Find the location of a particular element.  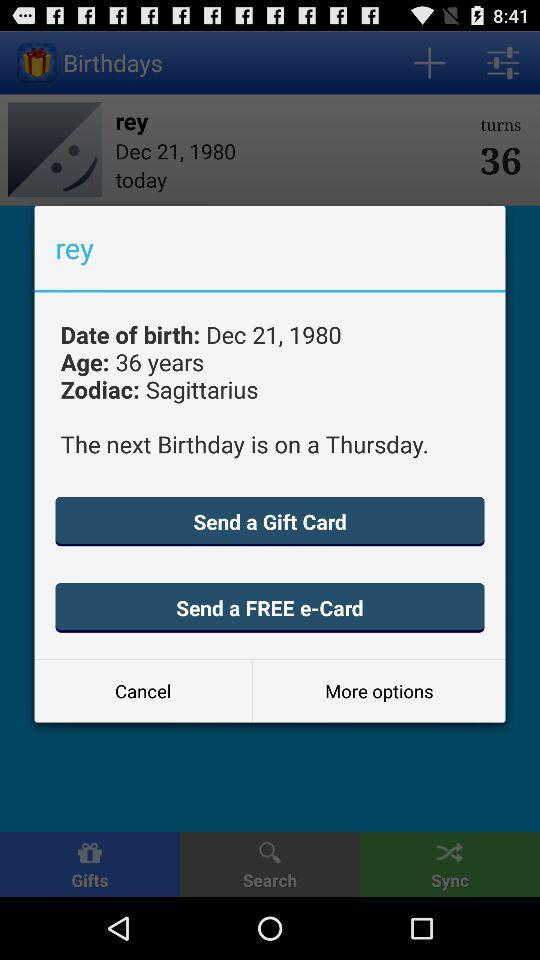

item at the bottom right corner is located at coordinates (379, 691).